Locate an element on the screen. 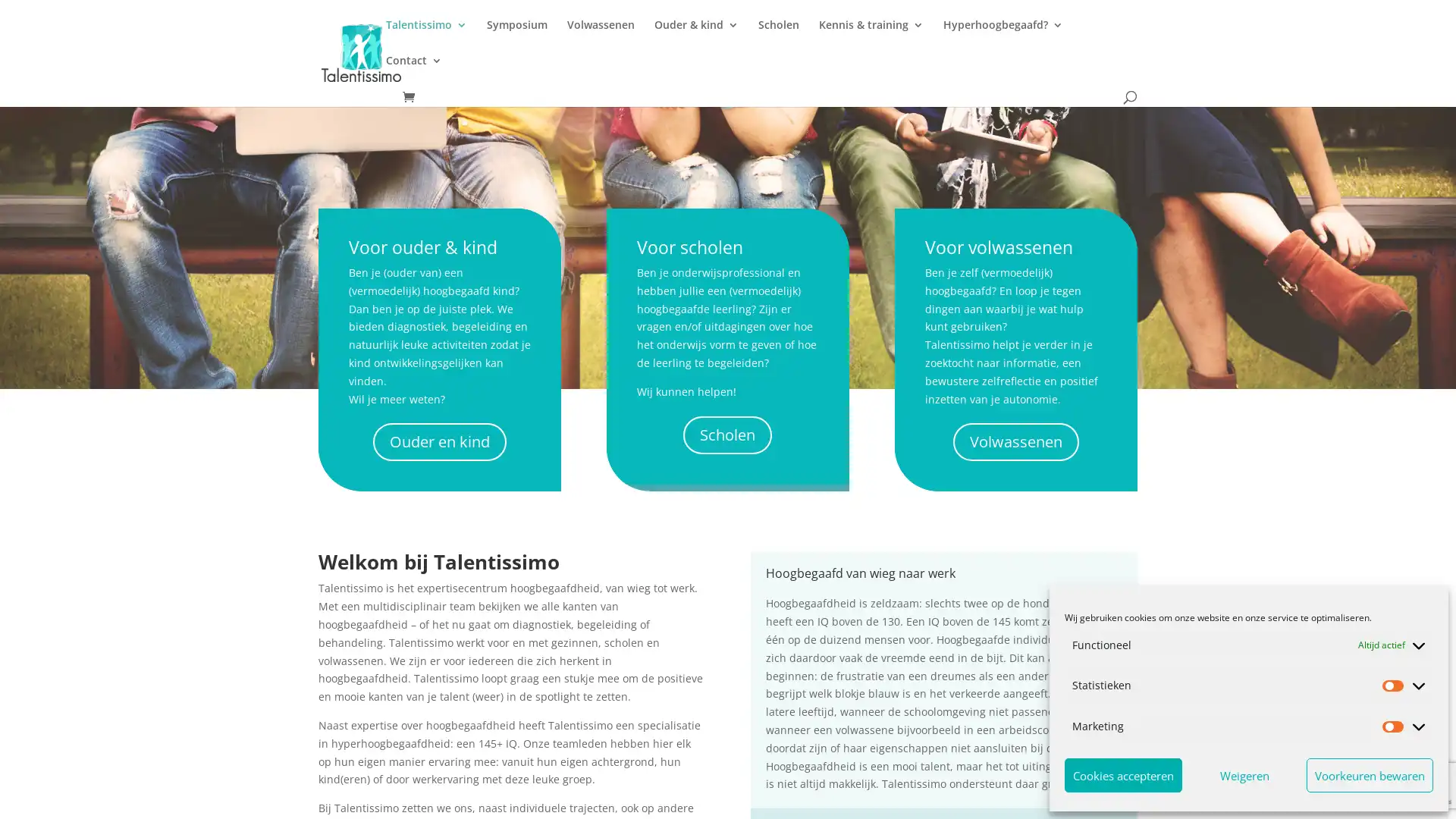  Weigeren is located at coordinates (1244, 775).